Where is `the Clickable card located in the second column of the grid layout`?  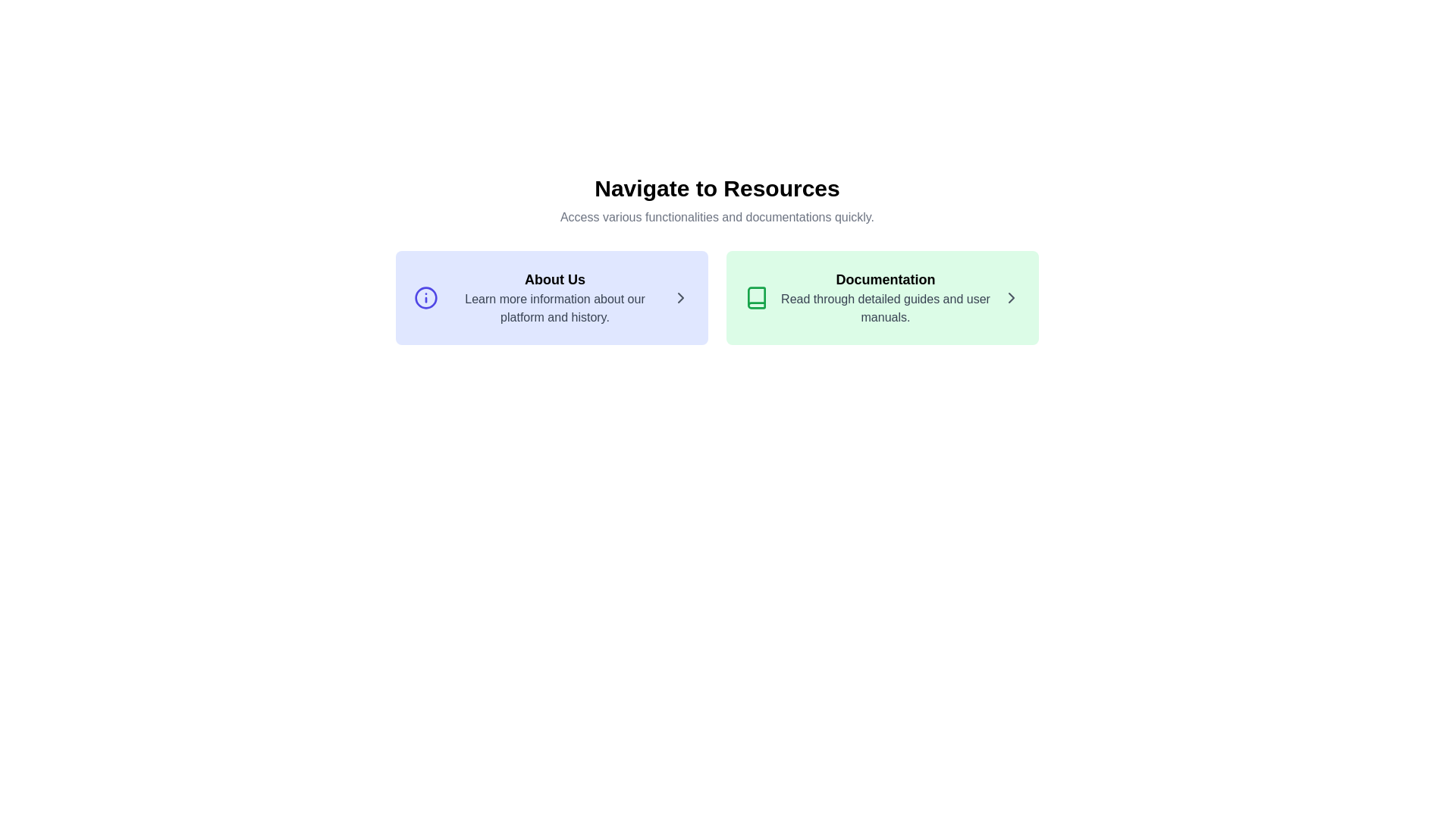 the Clickable card located in the second column of the grid layout is located at coordinates (882, 298).